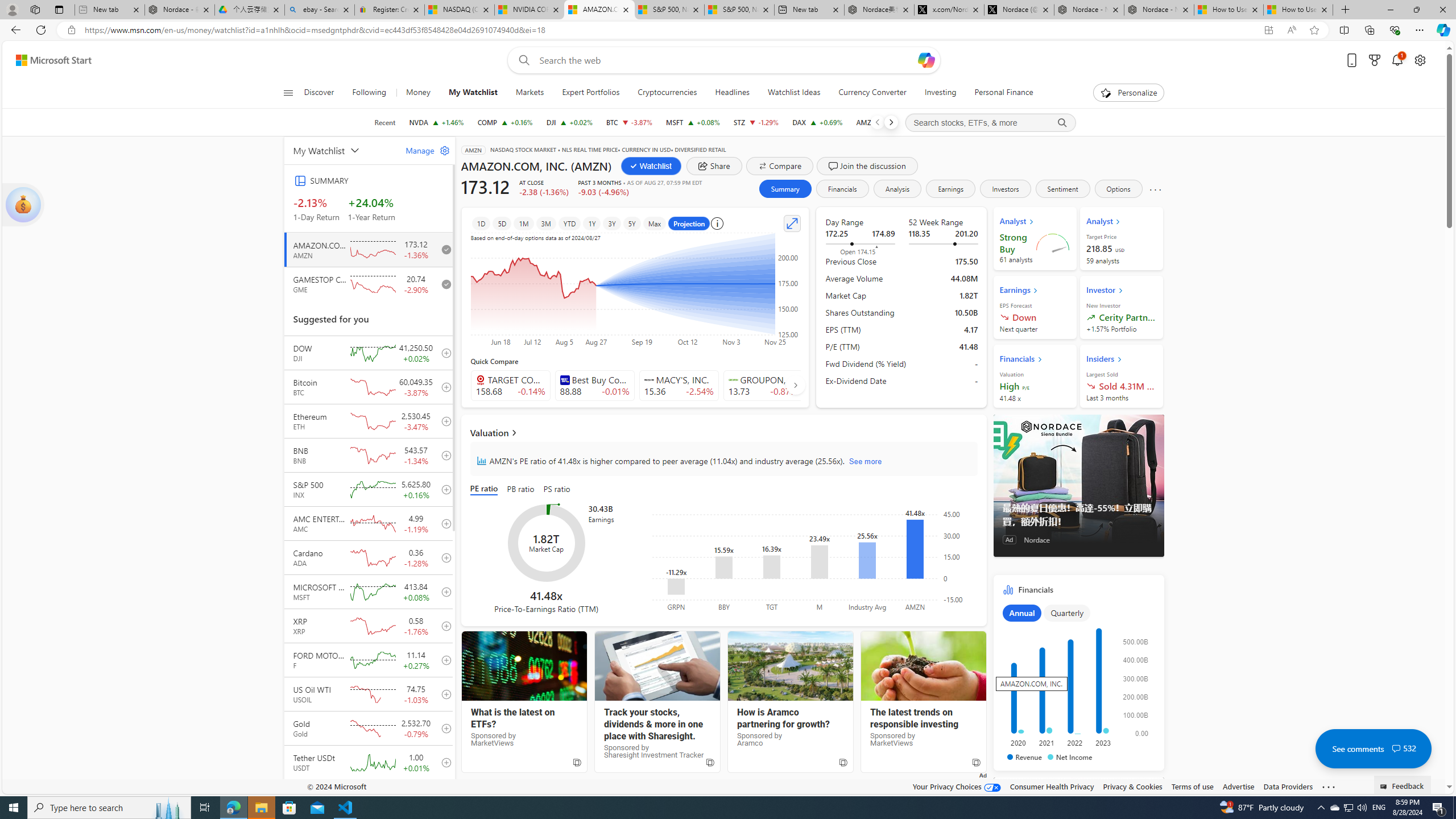 This screenshot has height=819, width=1456. What do you see at coordinates (755, 122) in the screenshot?
I see `'STZ CONSTELLATION BRANDS, INC. decrease 239.98 -3.13 -1.29%'` at bounding box center [755, 122].